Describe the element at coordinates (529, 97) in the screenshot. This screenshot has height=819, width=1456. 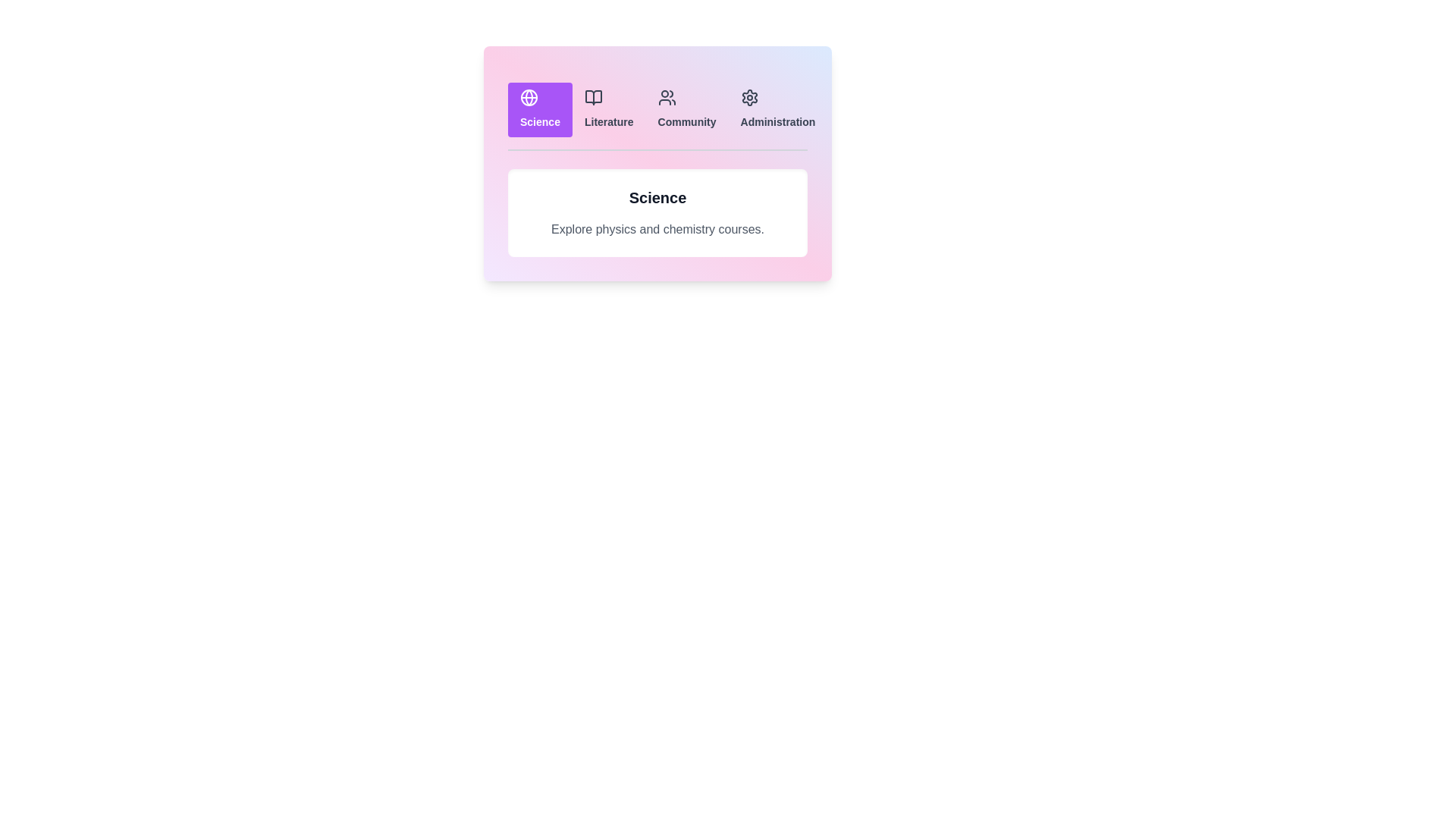
I see `the icon for the Science tab` at that location.